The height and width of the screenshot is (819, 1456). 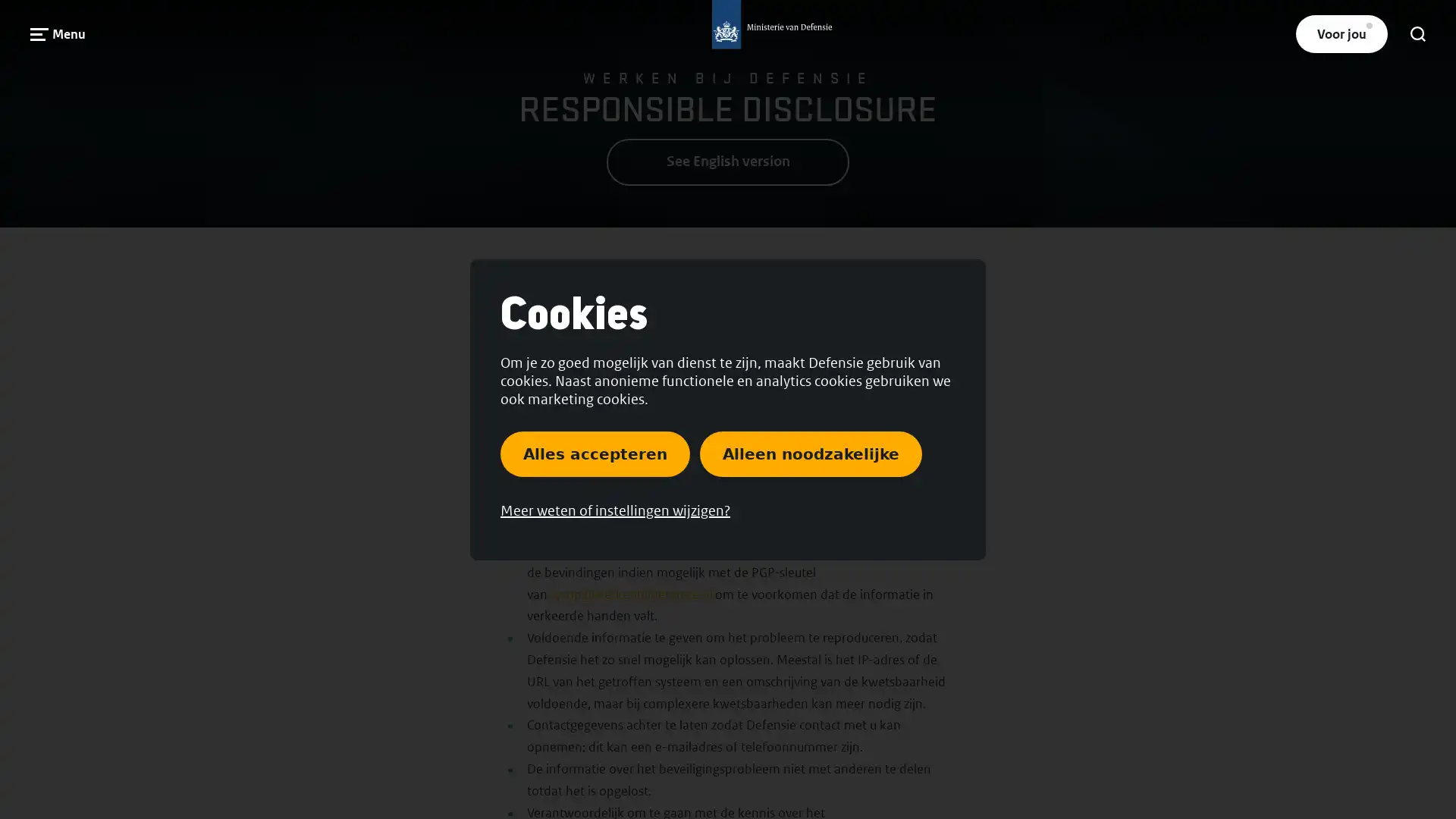 What do you see at coordinates (810, 452) in the screenshot?
I see `Alleen noodzakelijke` at bounding box center [810, 452].